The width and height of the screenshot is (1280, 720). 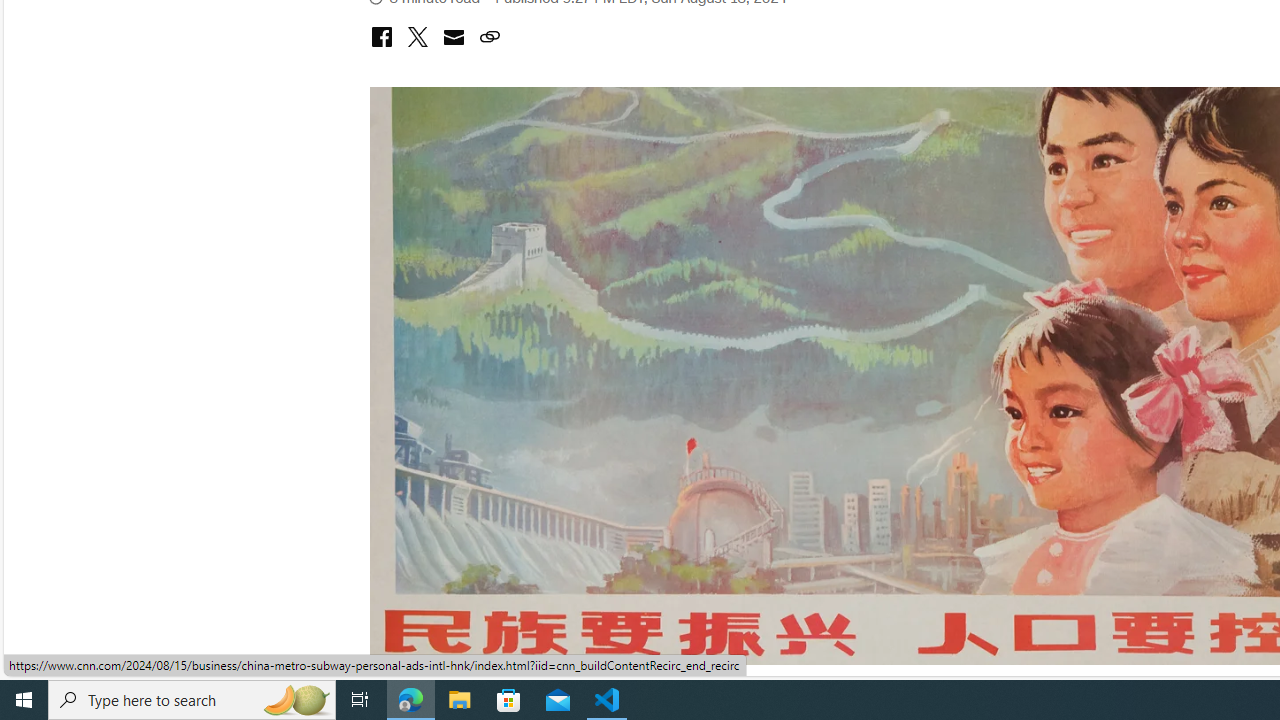 I want to click on 'share with facebook', so click(x=381, y=38).